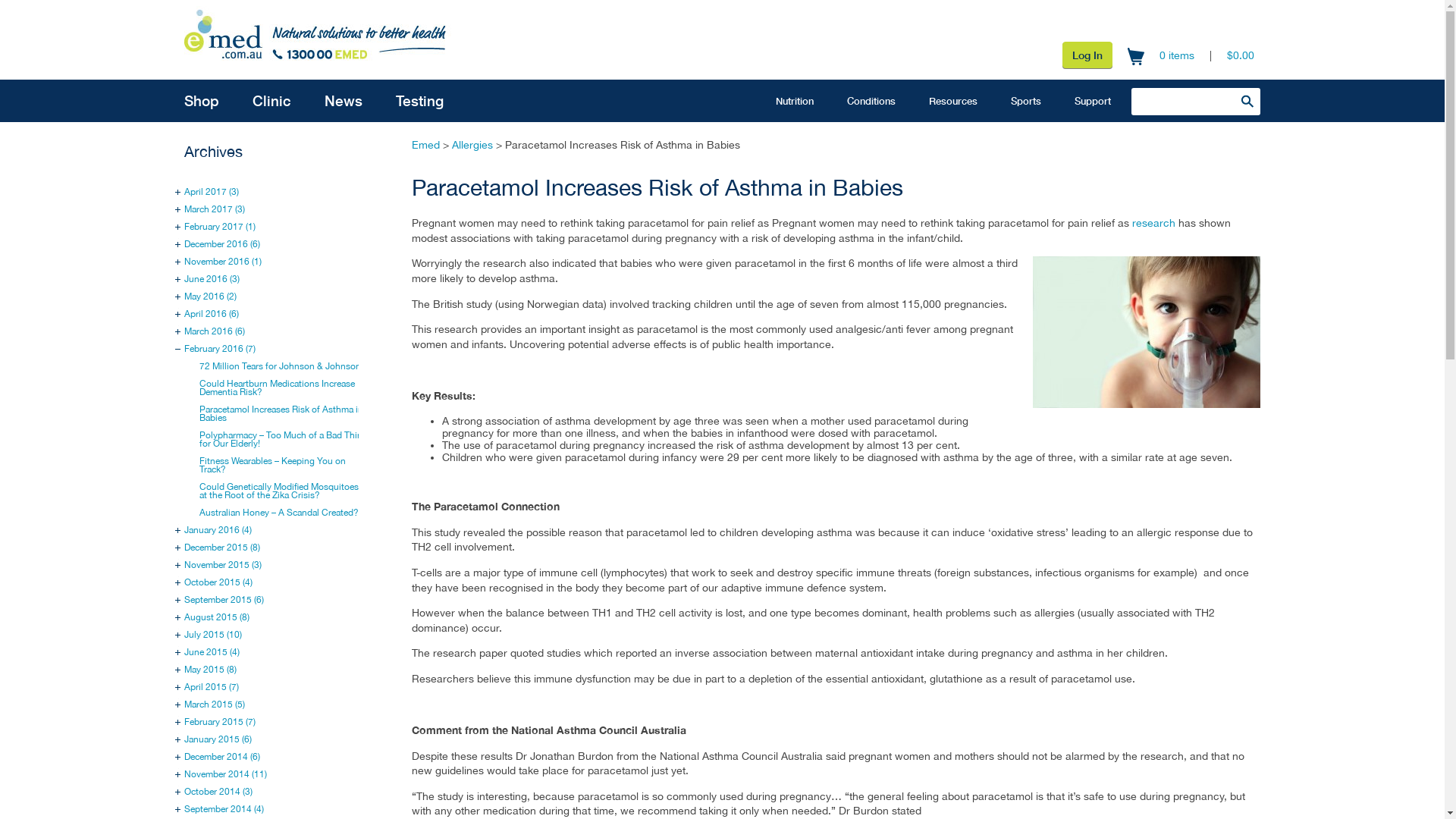 Image resolution: width=1456 pixels, height=819 pixels. What do you see at coordinates (211, 651) in the screenshot?
I see `'June 2015 (4)'` at bounding box center [211, 651].